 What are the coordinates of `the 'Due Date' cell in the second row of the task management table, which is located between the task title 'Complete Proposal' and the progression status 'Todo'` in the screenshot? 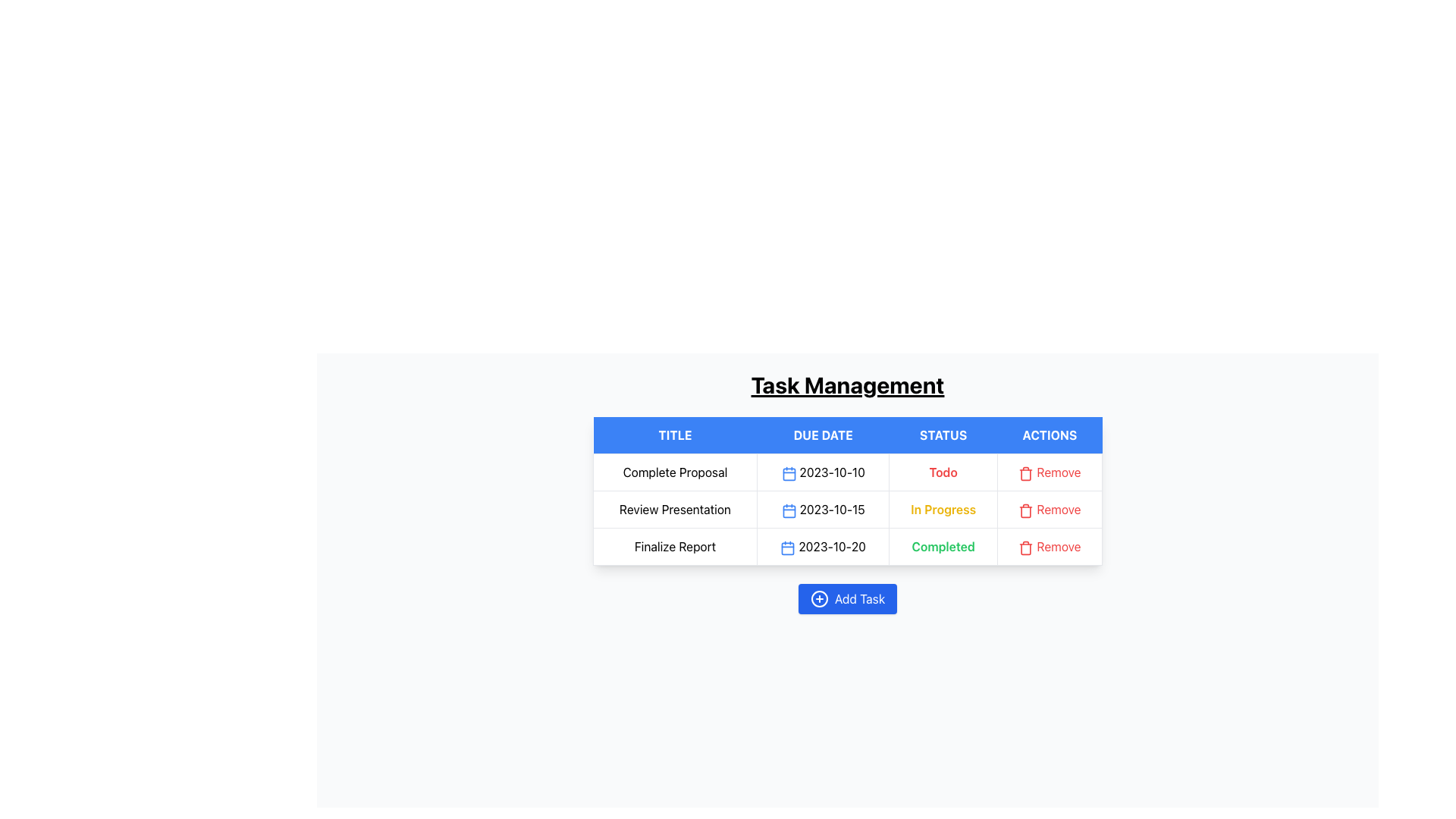 It's located at (847, 491).